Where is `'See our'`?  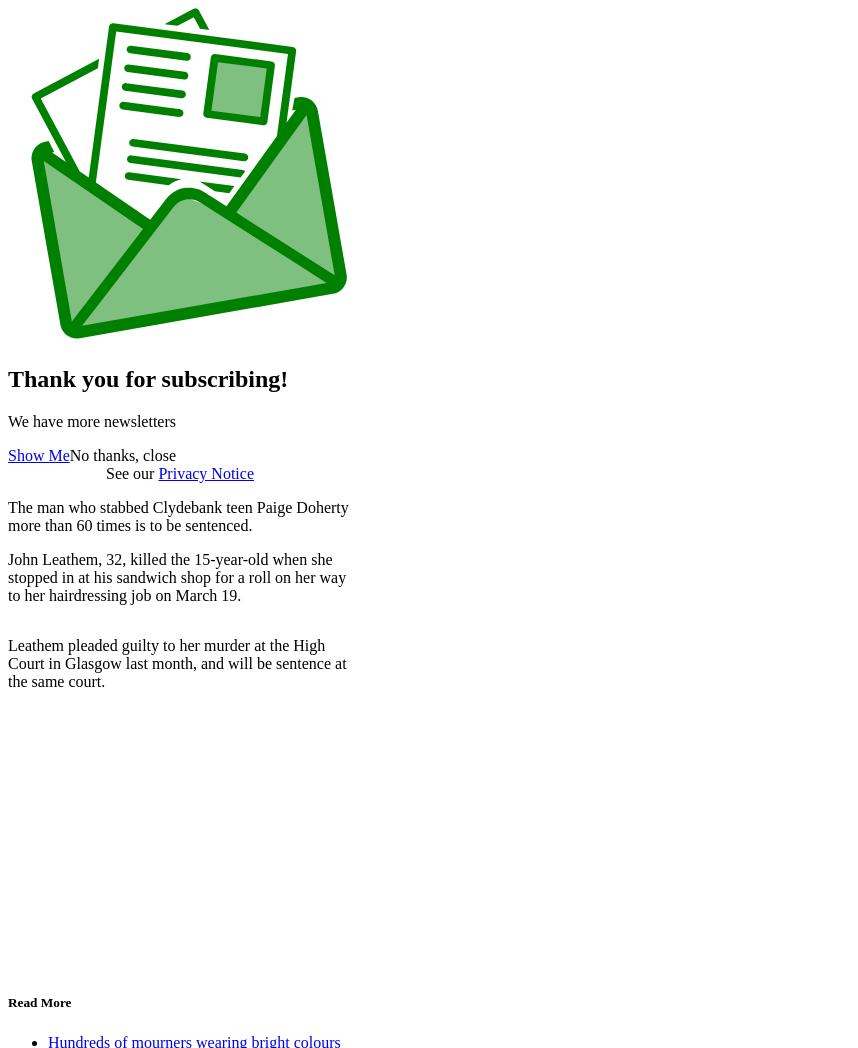 'See our' is located at coordinates (105, 472).